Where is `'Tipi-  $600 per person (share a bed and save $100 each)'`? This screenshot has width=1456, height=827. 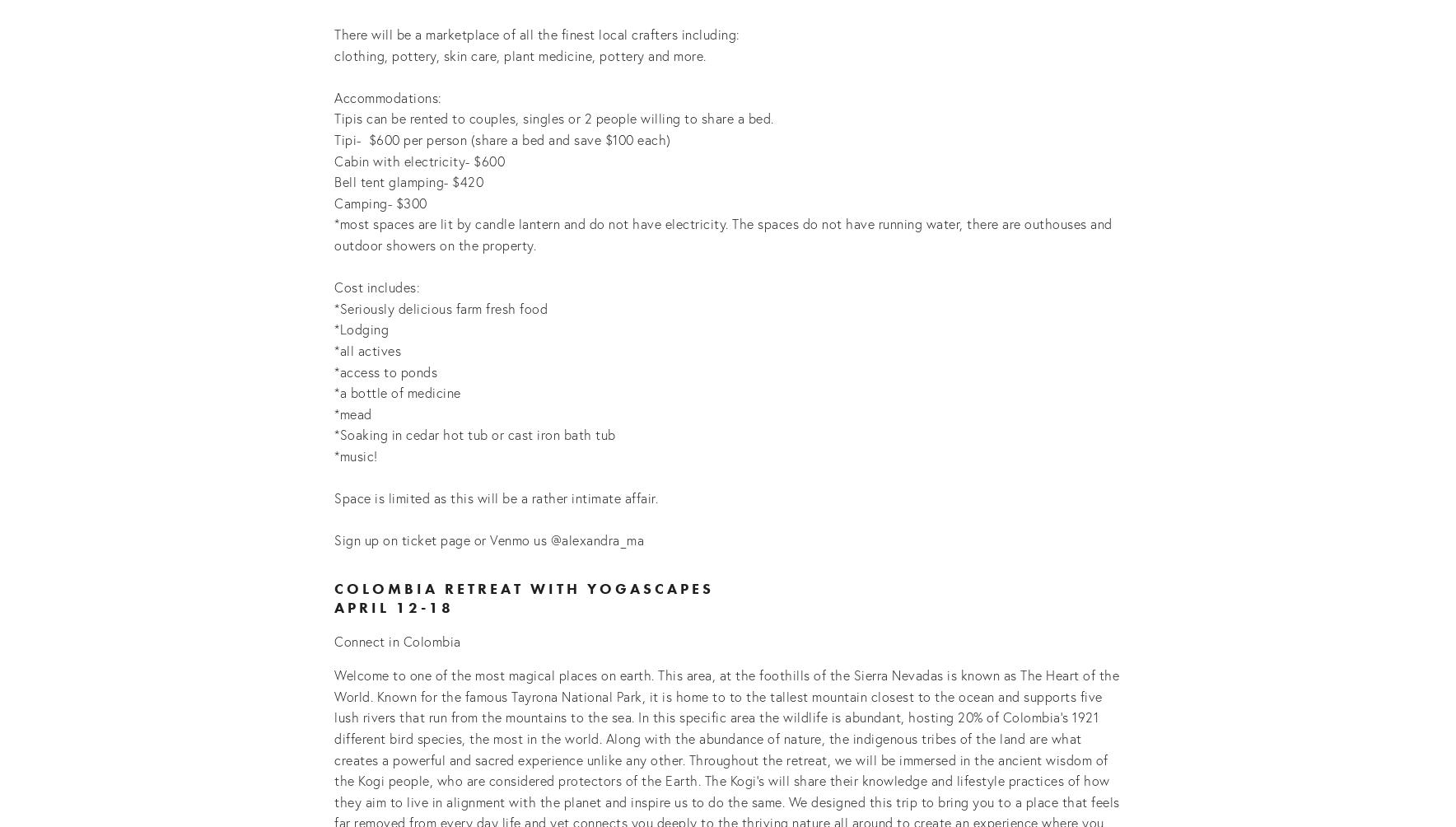
'Tipi-  $600 per person (share a bed and save $100 each)' is located at coordinates (501, 138).